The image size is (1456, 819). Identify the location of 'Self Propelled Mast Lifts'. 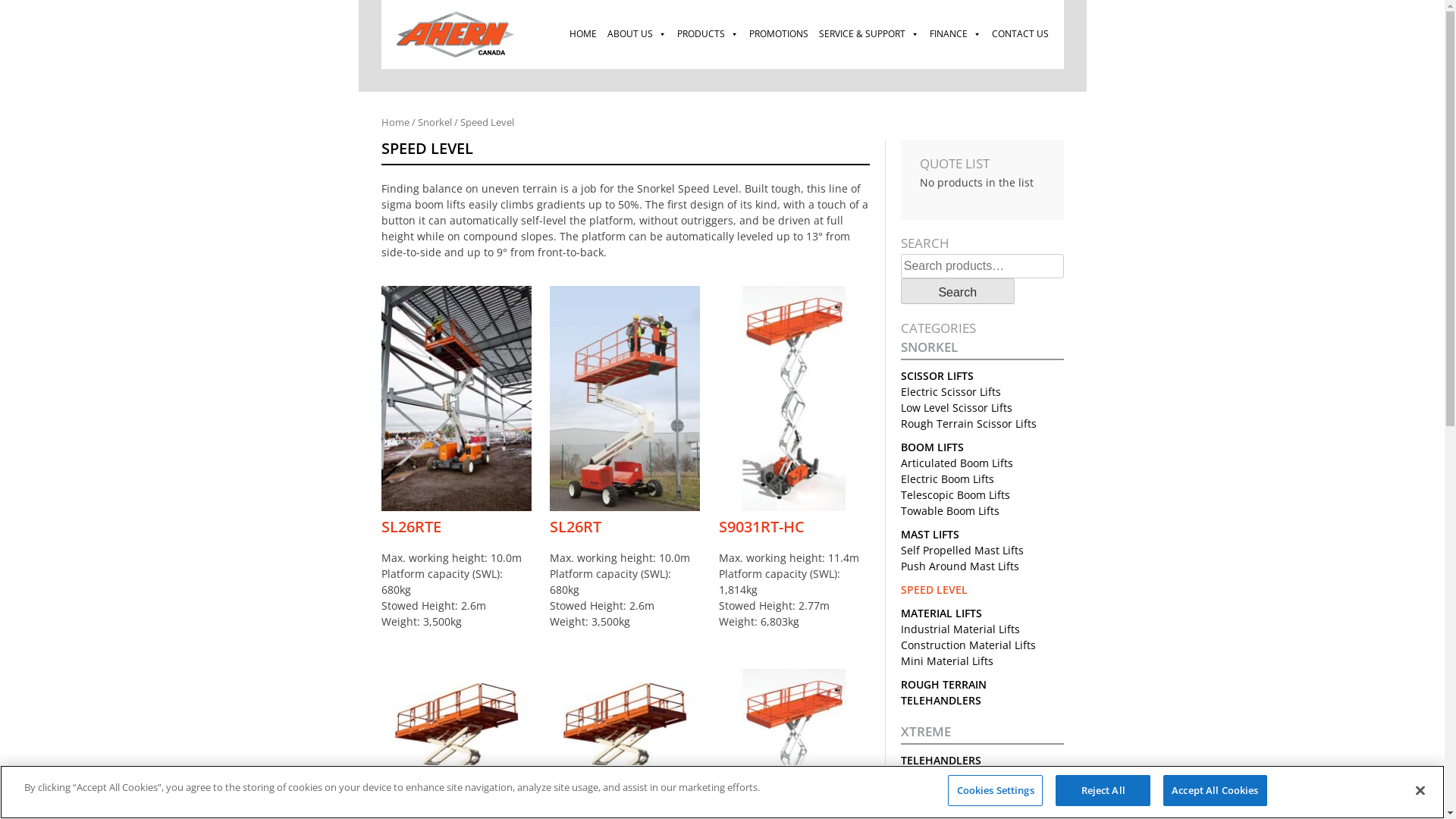
(961, 550).